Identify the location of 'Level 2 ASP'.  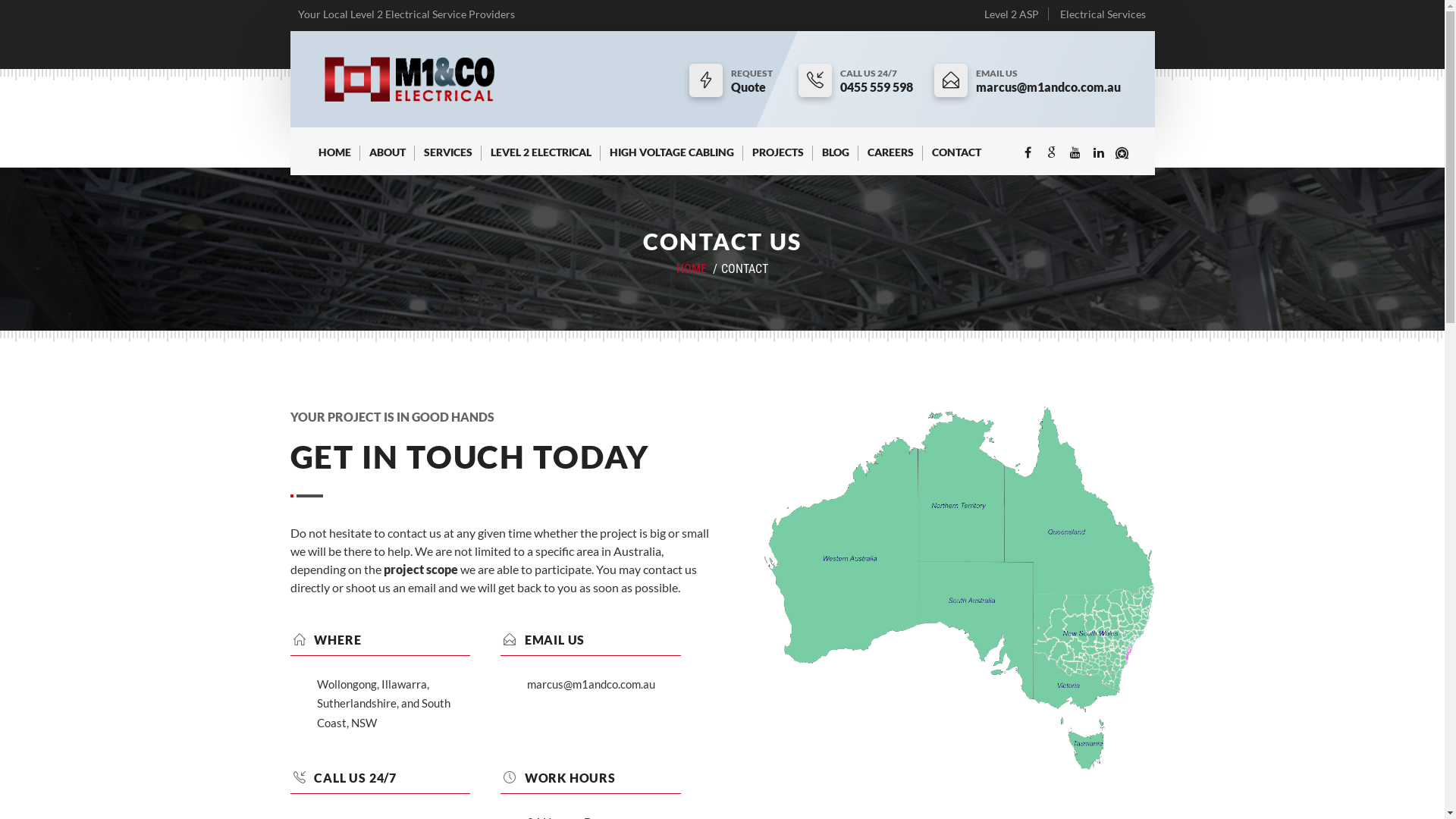
(1012, 14).